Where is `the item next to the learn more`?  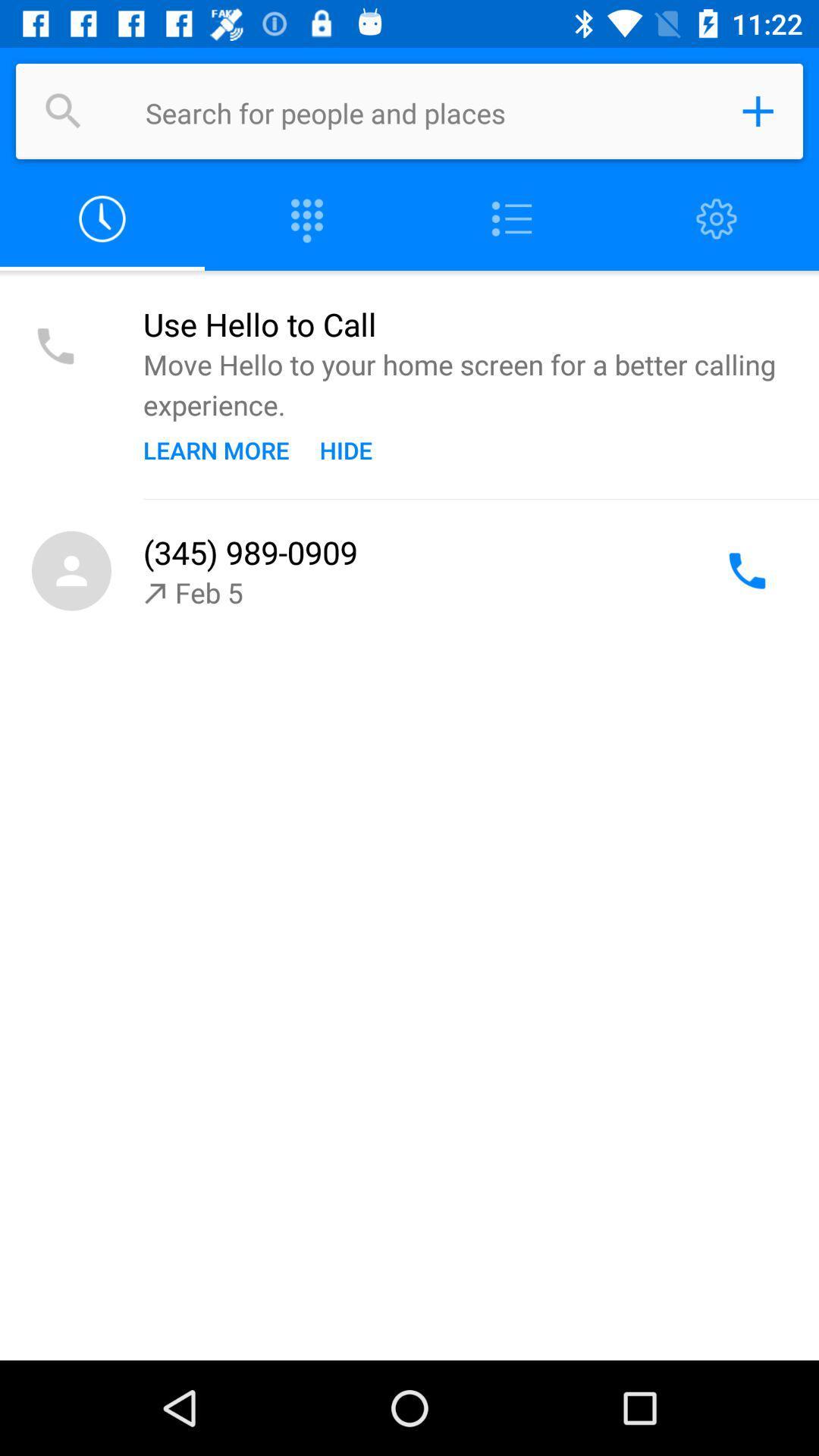 the item next to the learn more is located at coordinates (346, 449).